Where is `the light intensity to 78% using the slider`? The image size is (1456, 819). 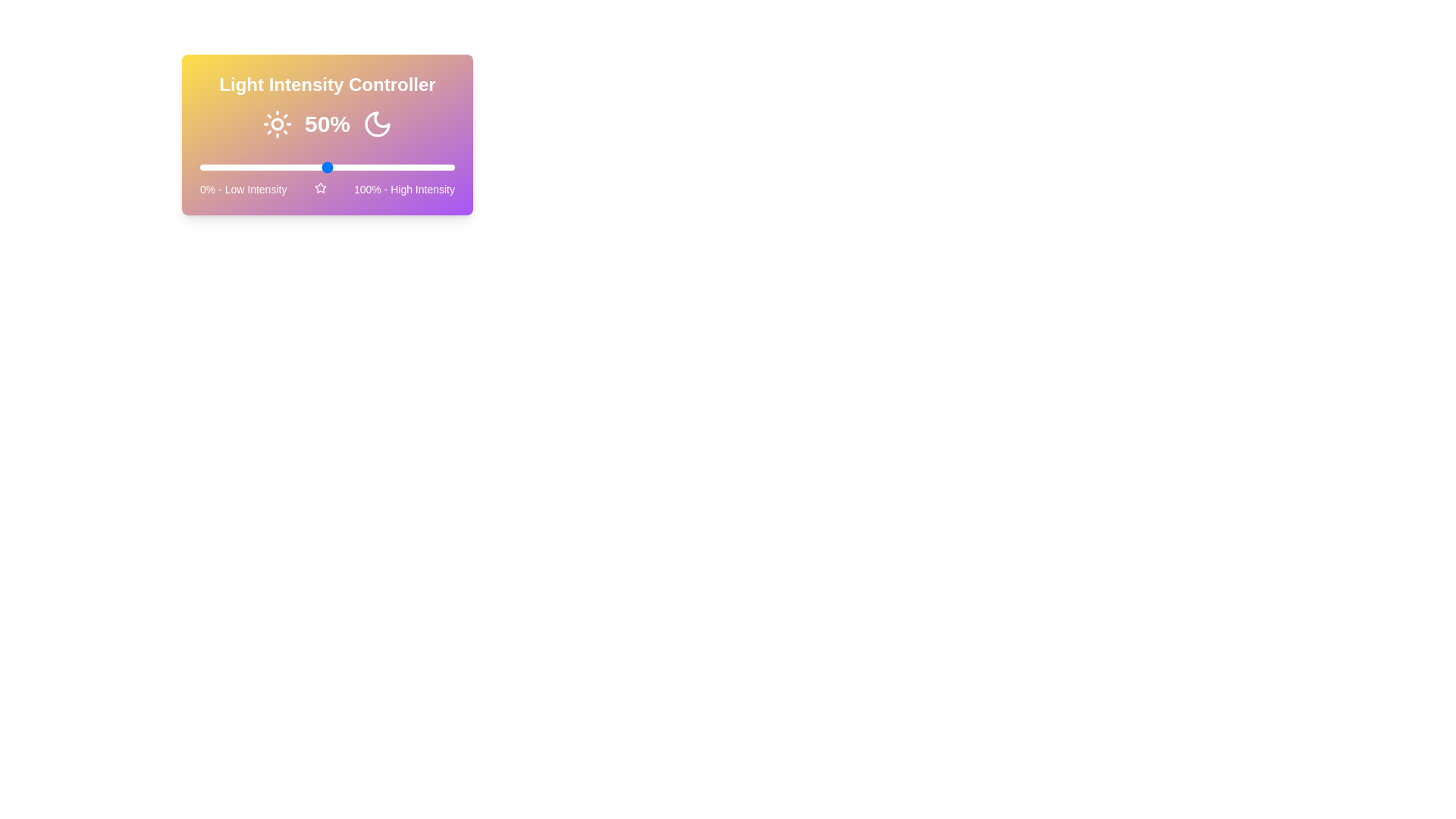 the light intensity to 78% using the slider is located at coordinates (399, 167).